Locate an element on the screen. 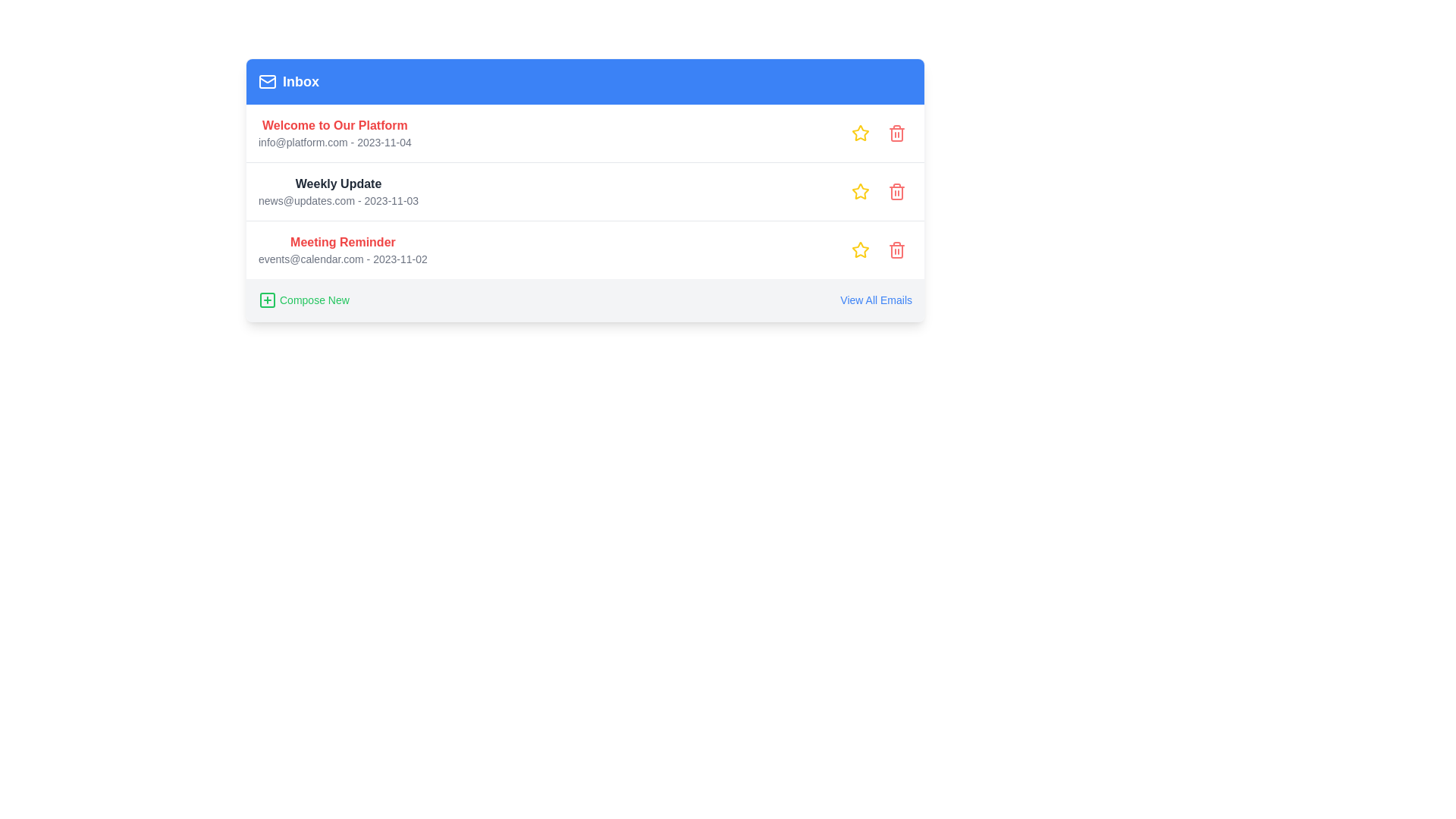 The image size is (1456, 819). the envelope icon located in the top-left corner of the header bar, which has a blue background and precedes the 'Inbox' label is located at coordinates (268, 82).